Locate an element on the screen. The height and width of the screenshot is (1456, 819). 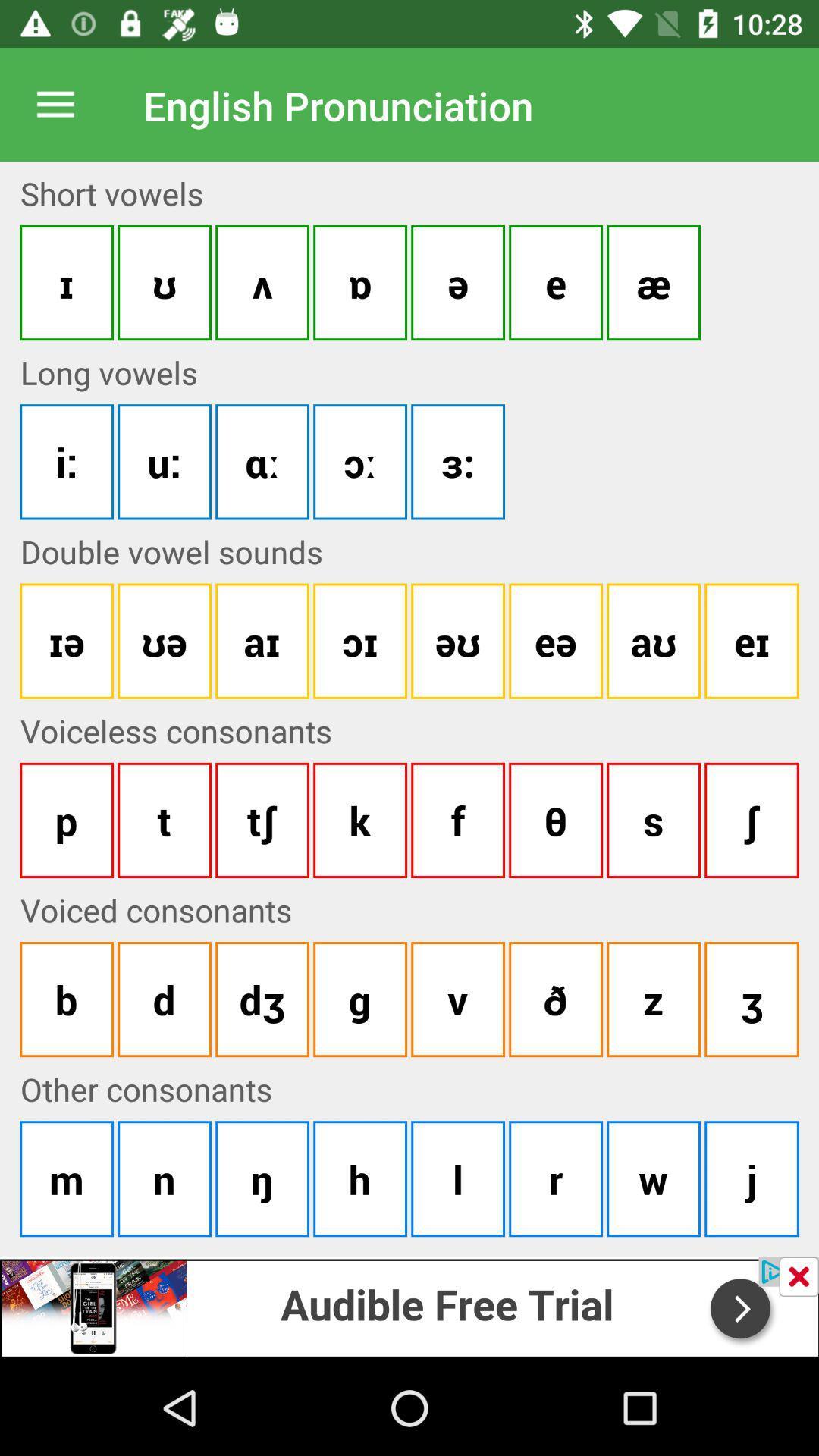
the text g on the web page is located at coordinates (359, 999).